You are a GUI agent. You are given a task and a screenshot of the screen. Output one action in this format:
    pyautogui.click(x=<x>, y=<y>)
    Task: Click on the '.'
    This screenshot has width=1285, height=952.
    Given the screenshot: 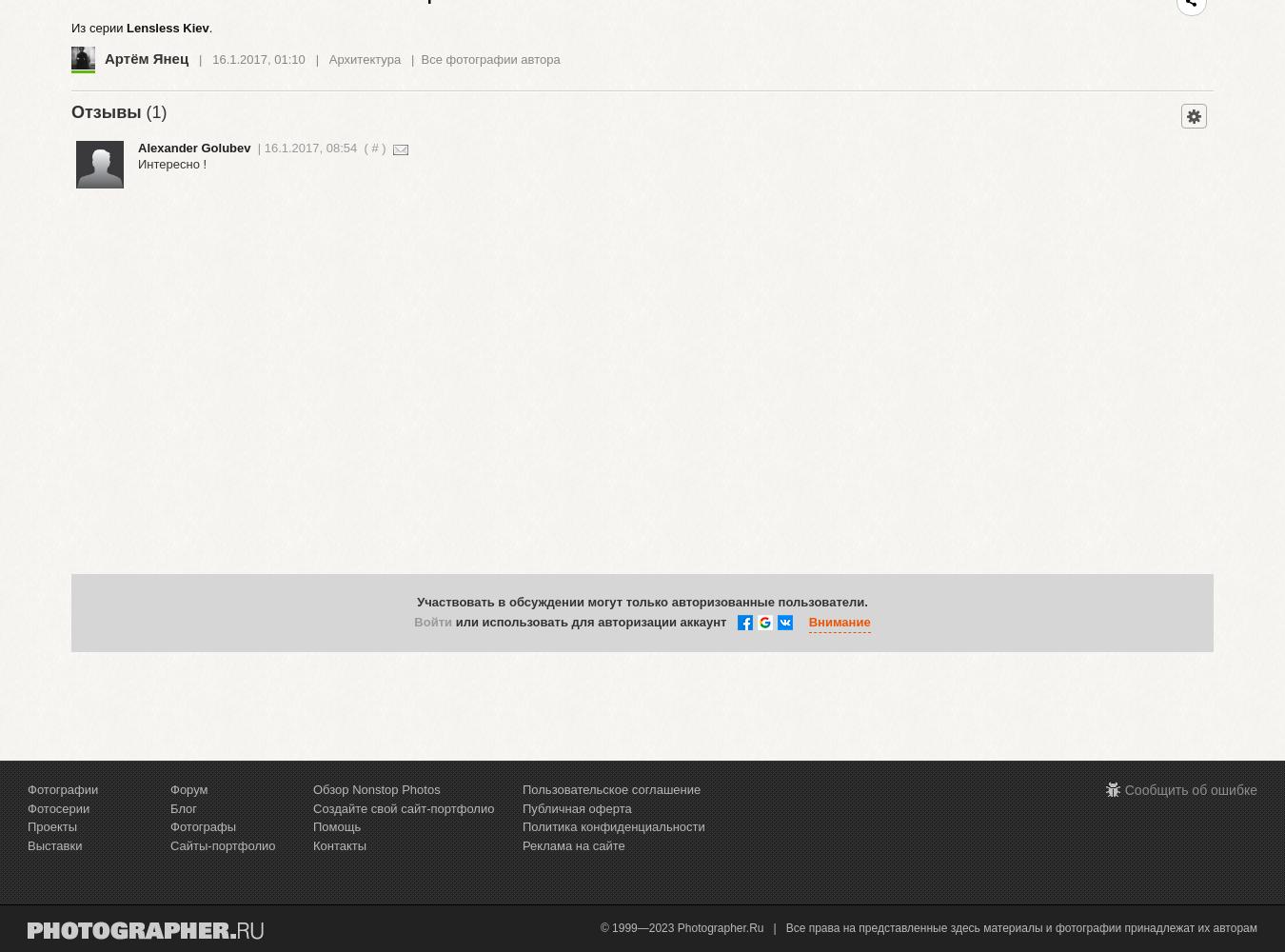 What is the action you would take?
    pyautogui.click(x=208, y=28)
    